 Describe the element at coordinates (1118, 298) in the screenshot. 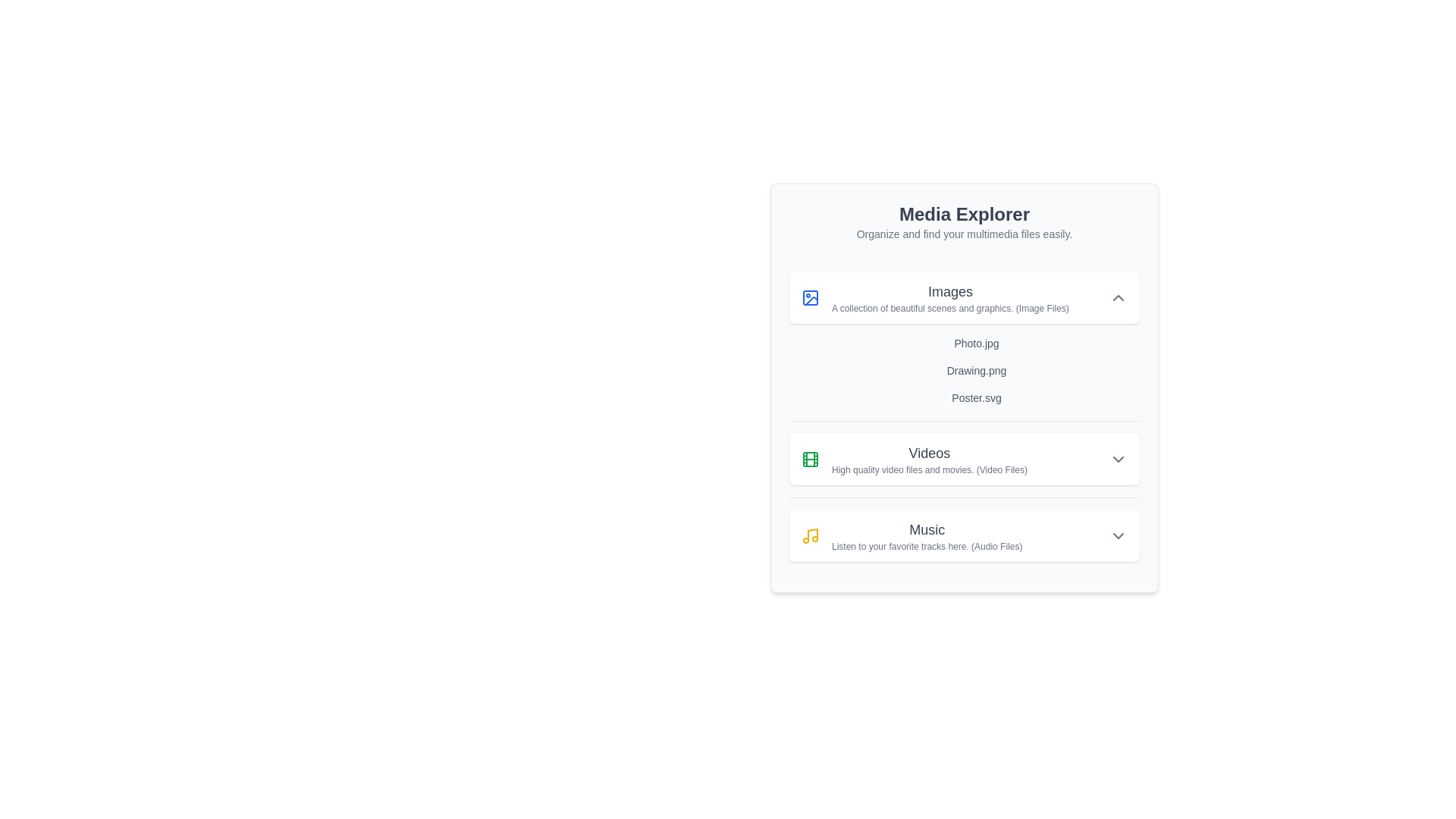

I see `the upward-facing chevron icon with a thin dark gray outline` at that location.